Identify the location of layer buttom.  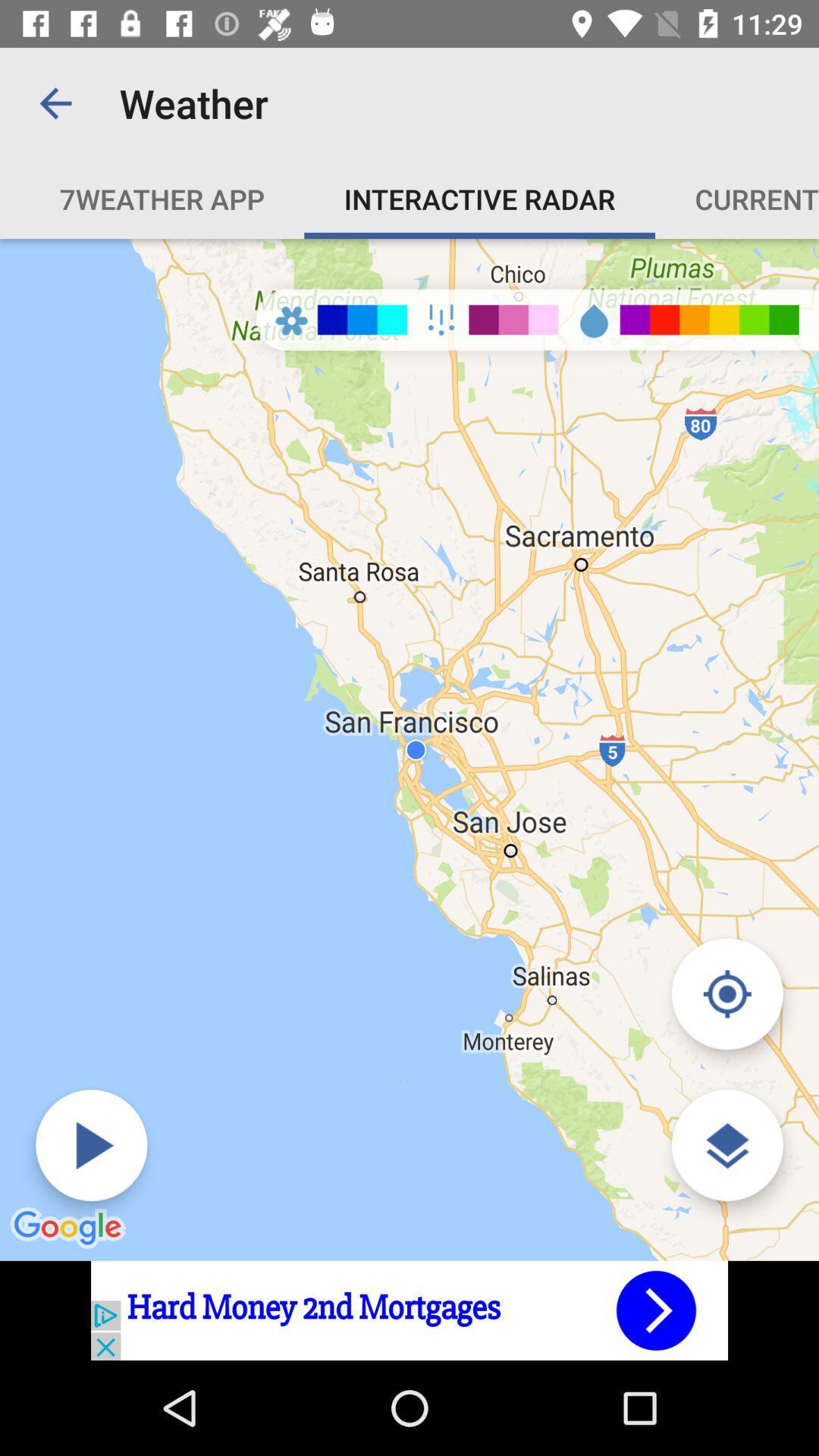
(726, 1145).